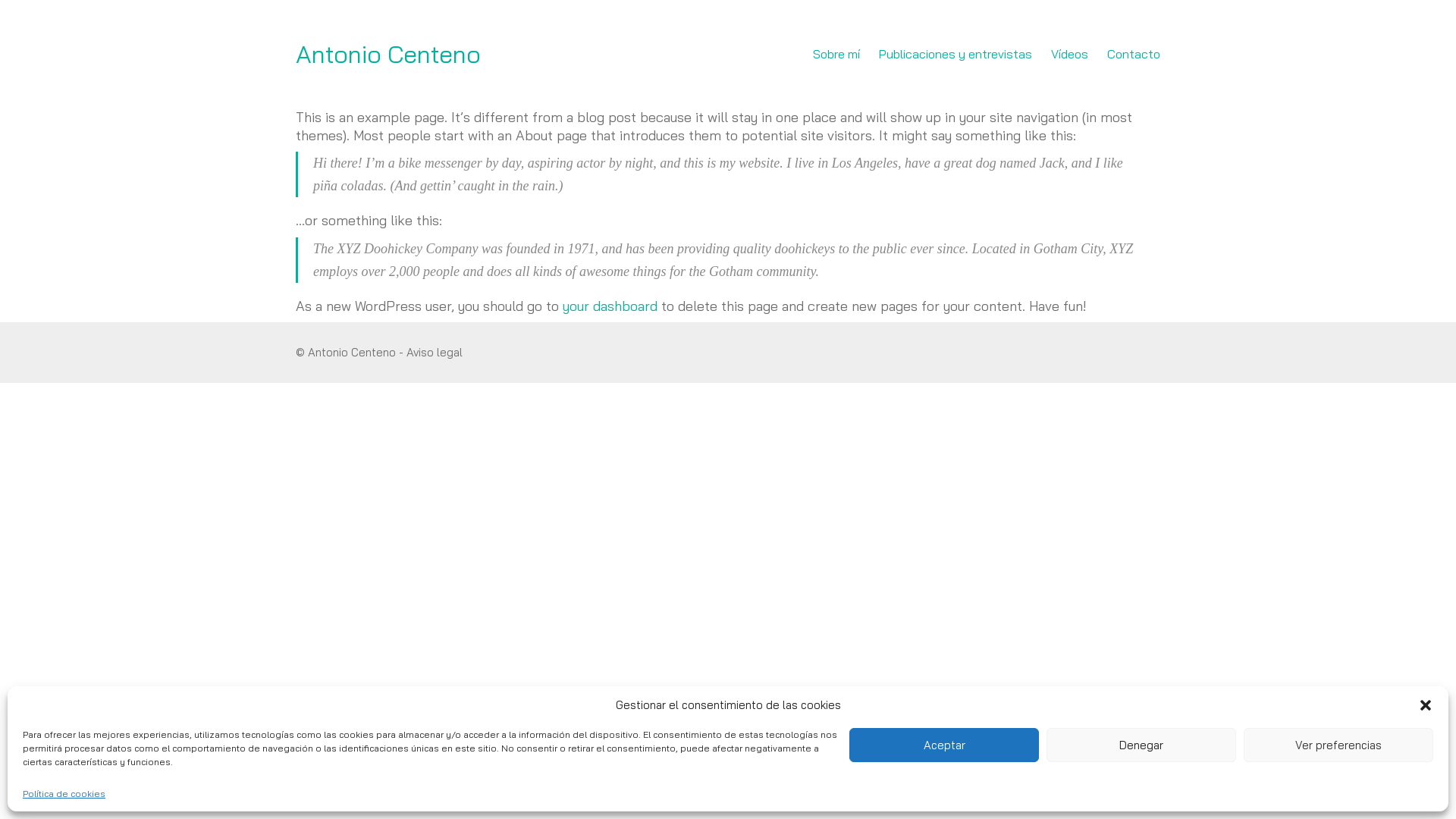 Image resolution: width=1456 pixels, height=819 pixels. I want to click on 'Contacto', so click(1133, 53).